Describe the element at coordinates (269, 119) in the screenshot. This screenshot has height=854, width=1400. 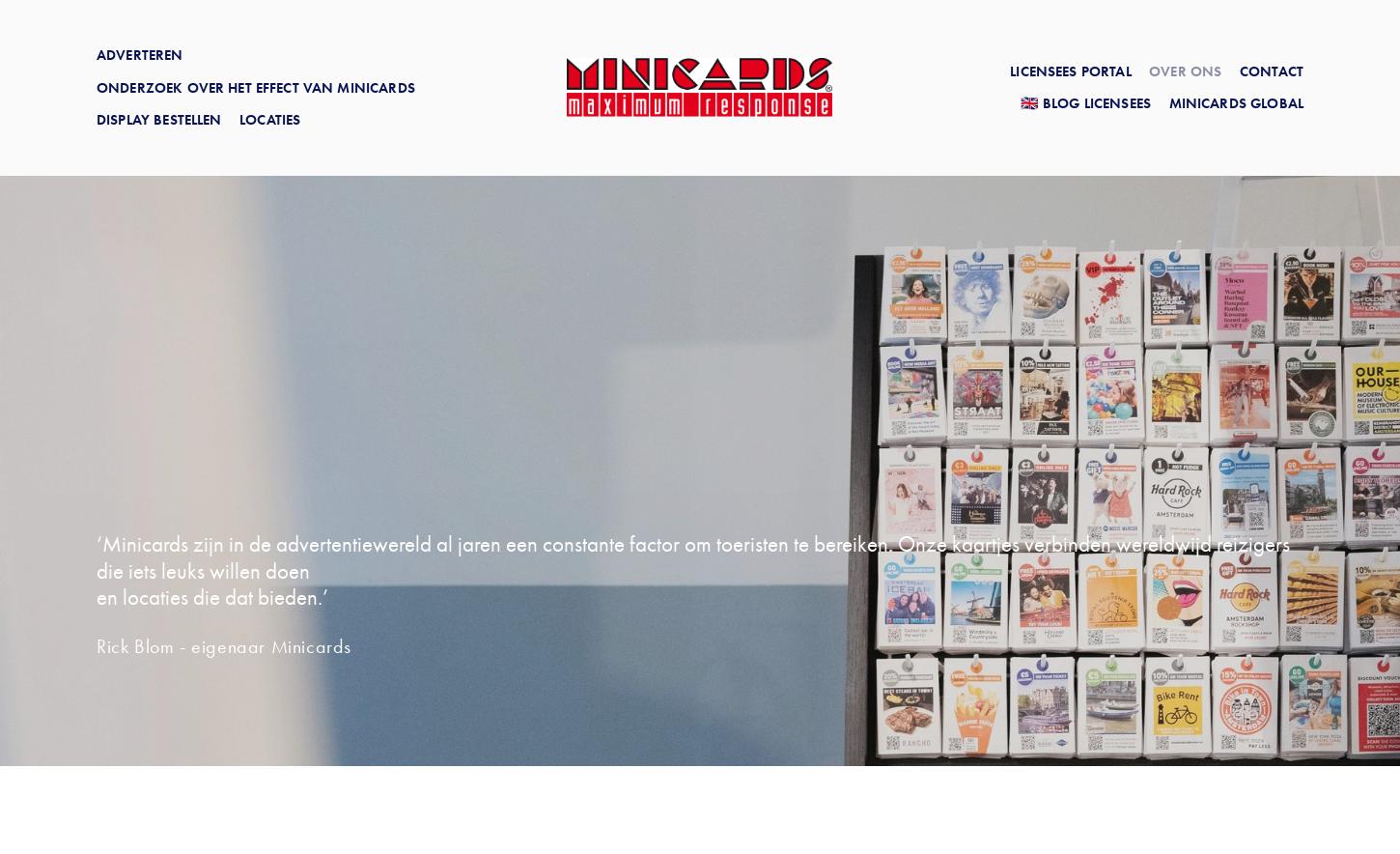
I see `'Locaties'` at that location.